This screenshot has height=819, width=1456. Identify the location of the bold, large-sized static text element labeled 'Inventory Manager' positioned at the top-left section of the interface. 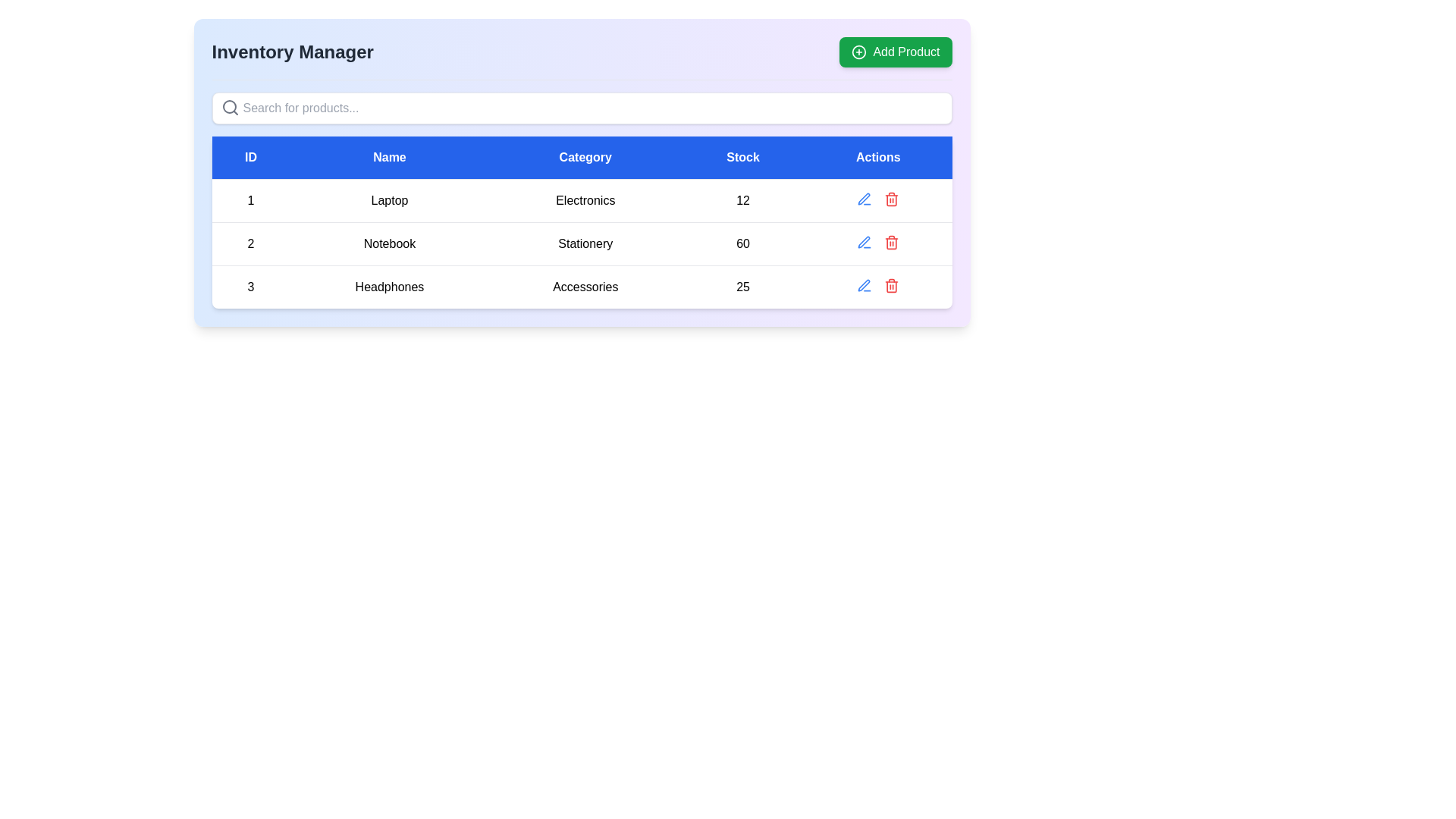
(293, 52).